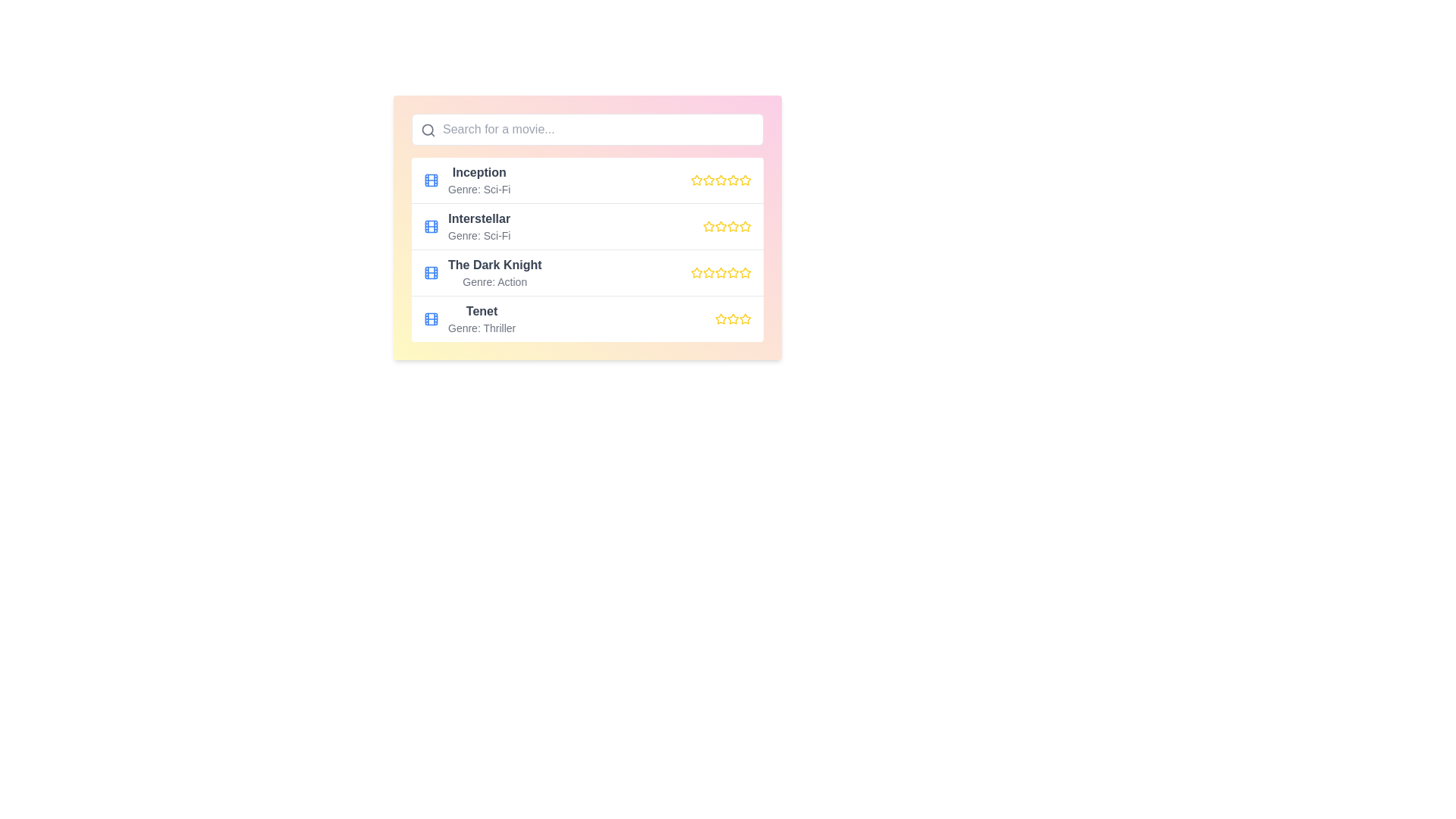  I want to click on the text label displaying the genre 'Sci-Fi' for the movie 'Interstellar', which is located directly beneath the title 'Interstellar' in the list of entries, so click(479, 236).